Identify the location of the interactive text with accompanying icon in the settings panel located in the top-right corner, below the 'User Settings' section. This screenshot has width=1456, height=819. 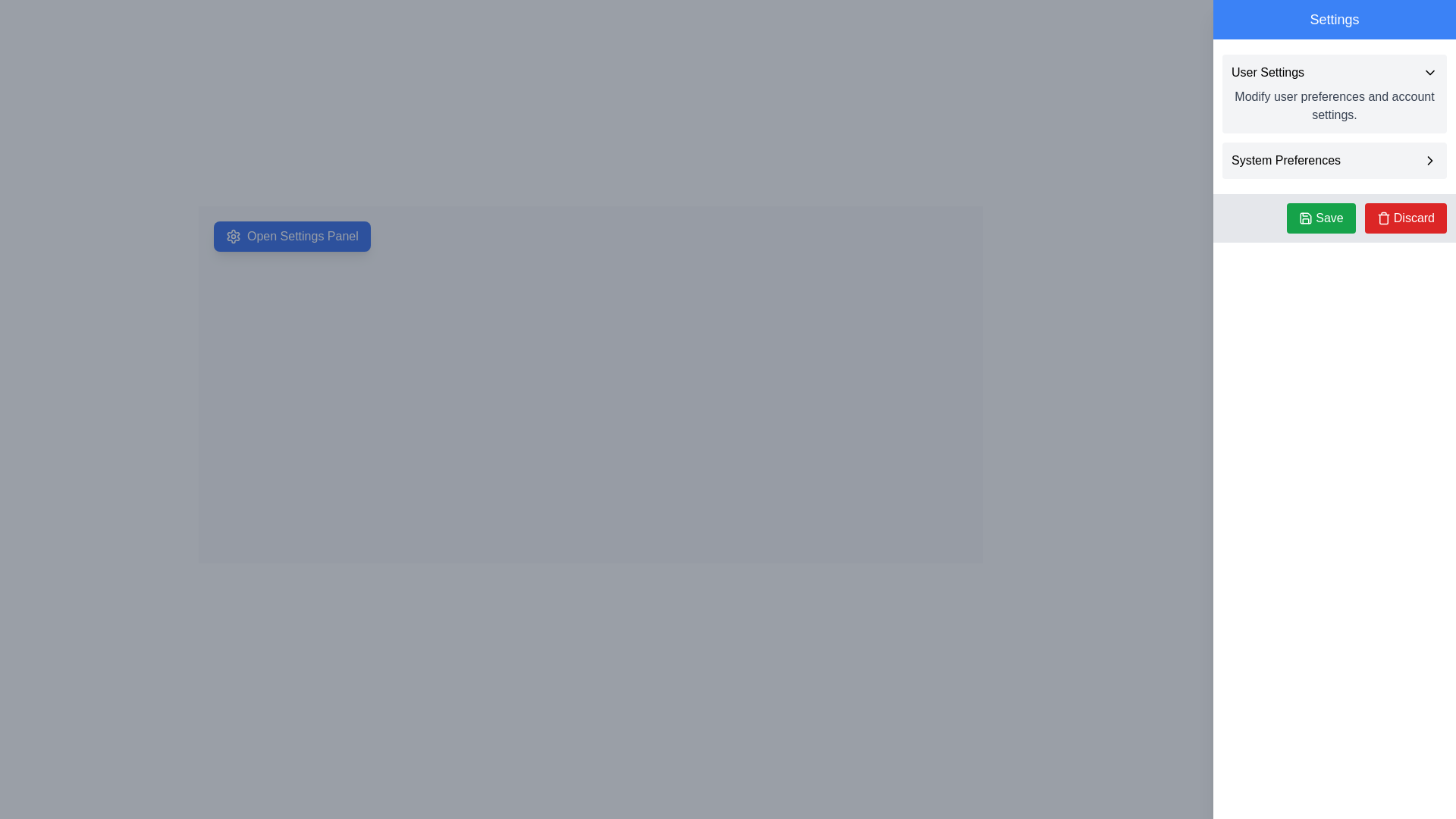
(1335, 161).